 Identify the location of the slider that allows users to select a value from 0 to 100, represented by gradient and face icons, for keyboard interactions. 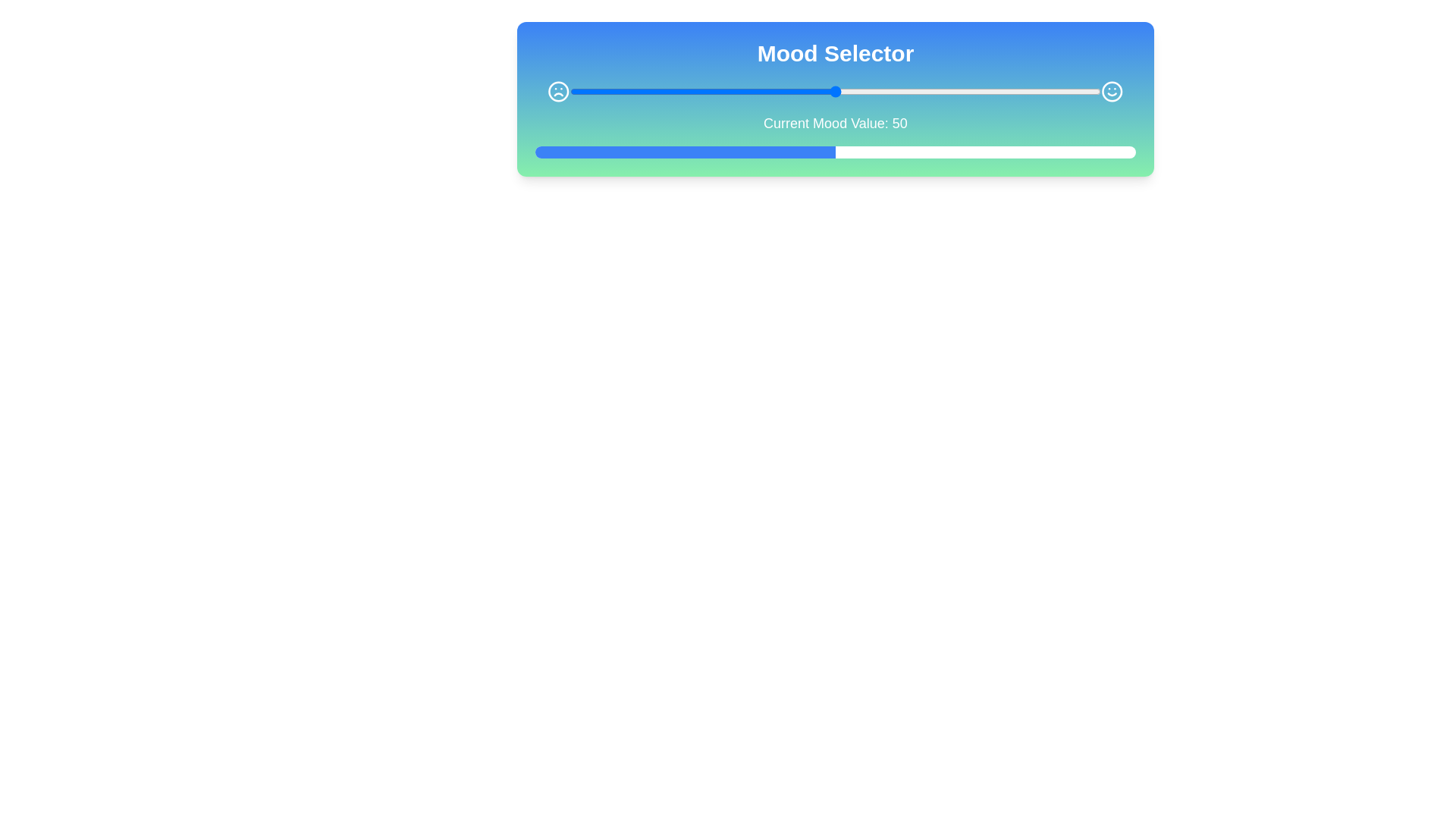
(835, 91).